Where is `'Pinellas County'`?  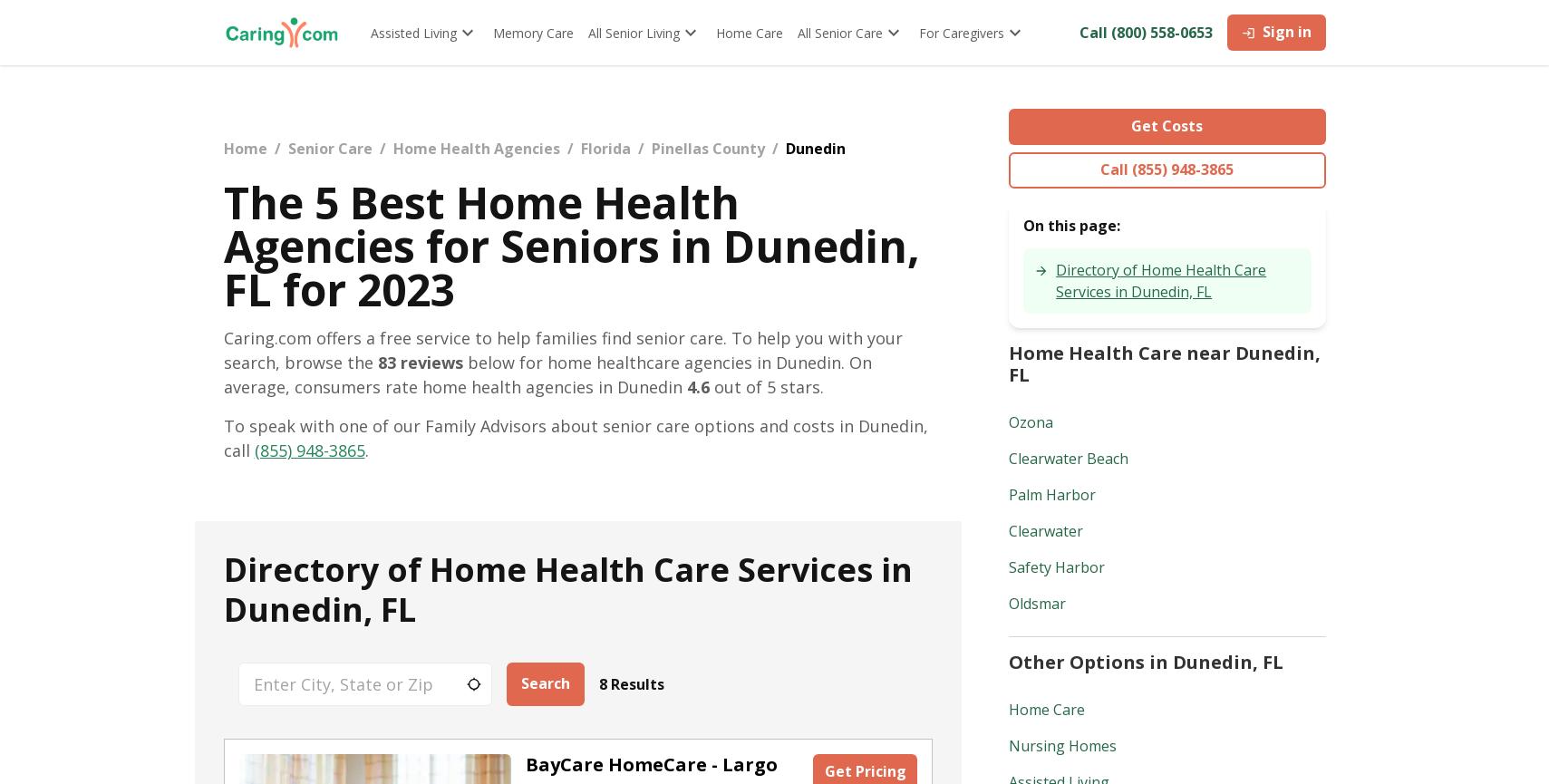
'Pinellas County' is located at coordinates (706, 148).